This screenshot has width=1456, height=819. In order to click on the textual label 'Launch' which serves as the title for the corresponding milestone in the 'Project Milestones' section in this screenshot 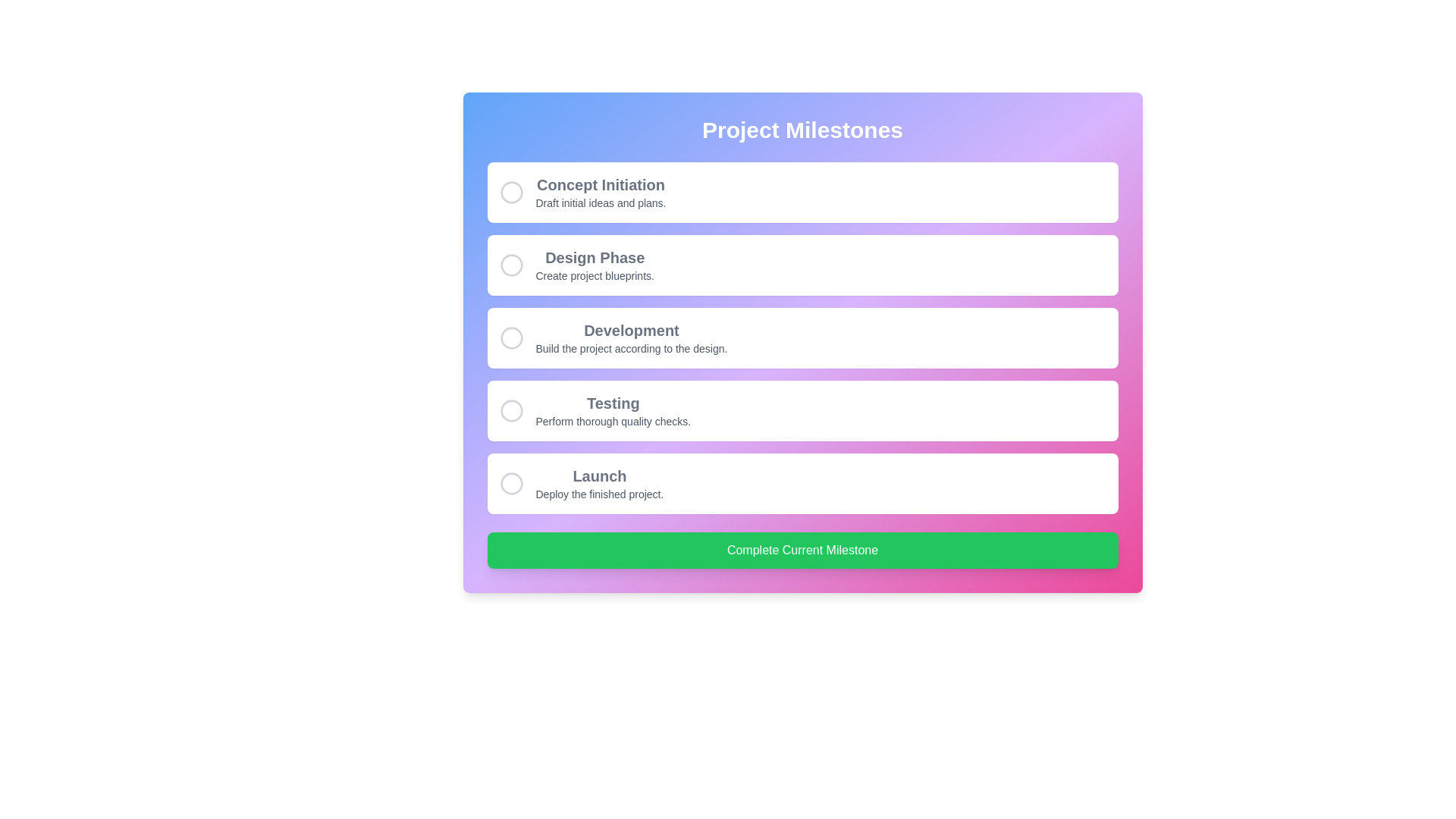, I will do `click(598, 475)`.